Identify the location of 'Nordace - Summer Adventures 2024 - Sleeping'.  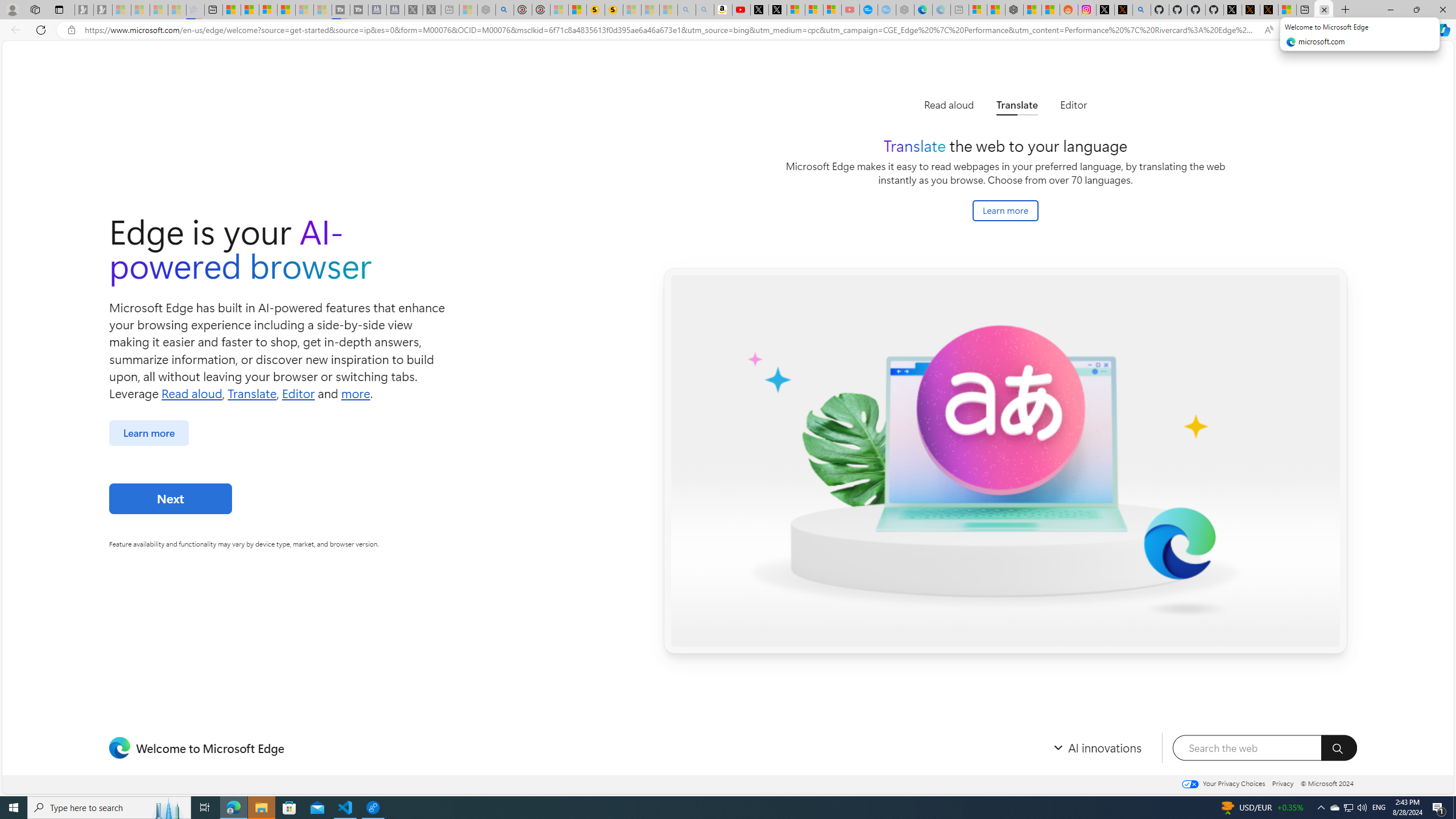
(487, 9).